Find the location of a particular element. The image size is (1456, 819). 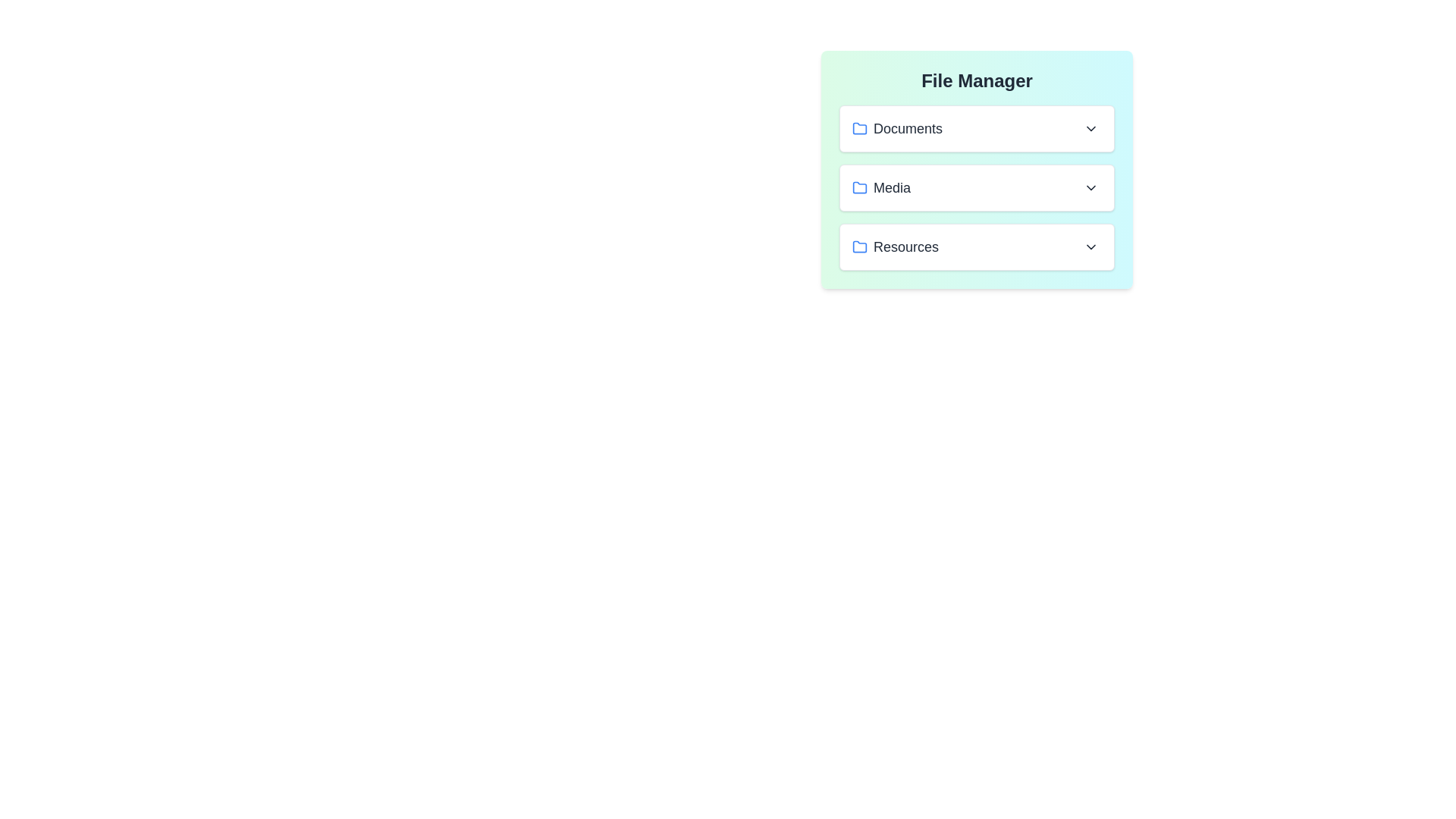

the file Resume.pdf from the folder Documents is located at coordinates (977, 127).